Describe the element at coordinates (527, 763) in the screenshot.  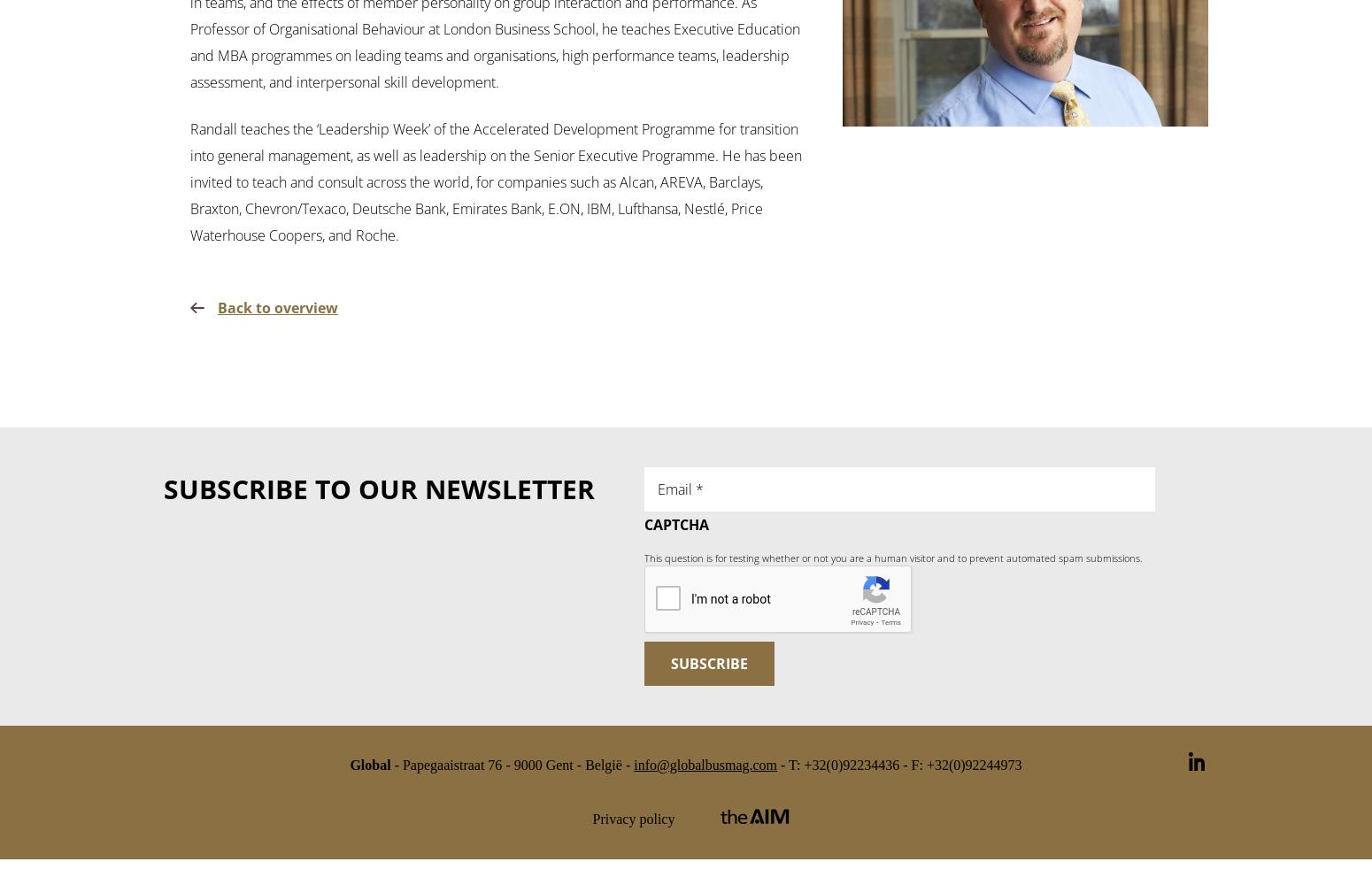
I see `'9000'` at that location.